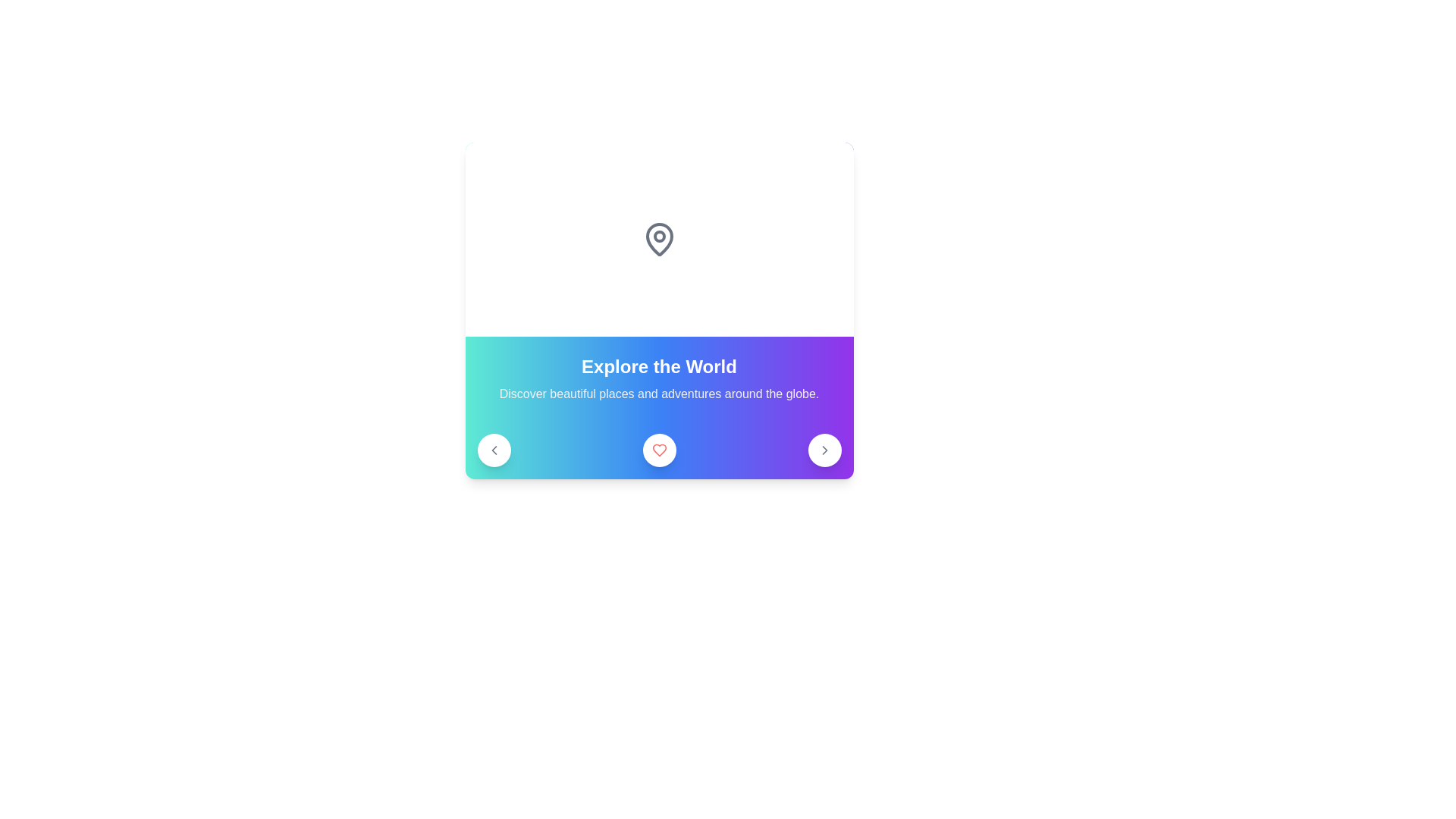 The height and width of the screenshot is (819, 1456). Describe the element at coordinates (659, 366) in the screenshot. I see `the 'Explore the World' text label, which is styled in bold, large, white font and has a vibrant gradient background transitioning between cyan and purple` at that location.